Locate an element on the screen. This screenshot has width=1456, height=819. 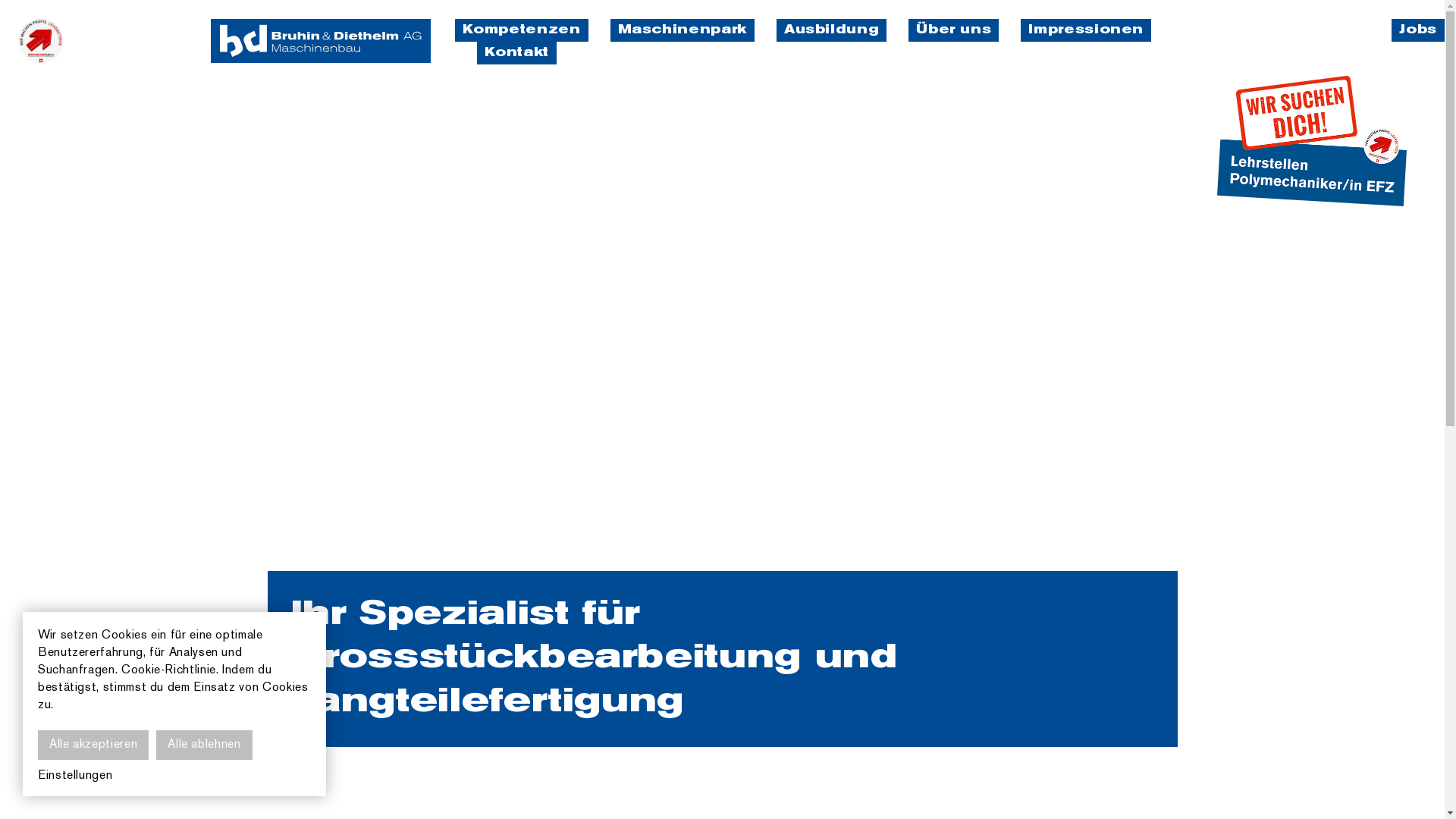
'Alle ablehnen' is located at coordinates (202, 744).